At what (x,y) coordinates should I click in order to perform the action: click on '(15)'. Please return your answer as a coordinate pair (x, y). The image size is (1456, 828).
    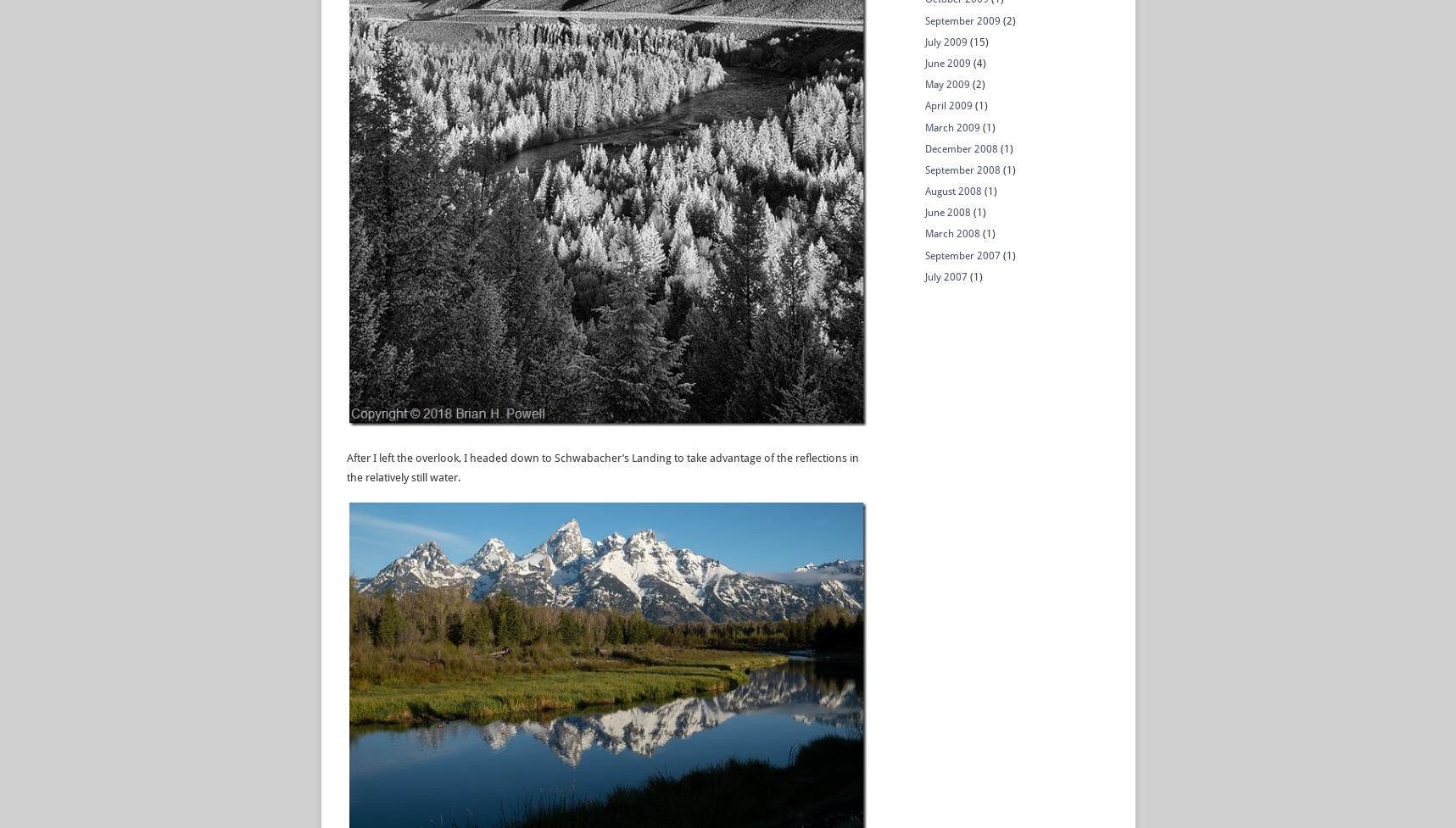
    Looking at the image, I should click on (976, 42).